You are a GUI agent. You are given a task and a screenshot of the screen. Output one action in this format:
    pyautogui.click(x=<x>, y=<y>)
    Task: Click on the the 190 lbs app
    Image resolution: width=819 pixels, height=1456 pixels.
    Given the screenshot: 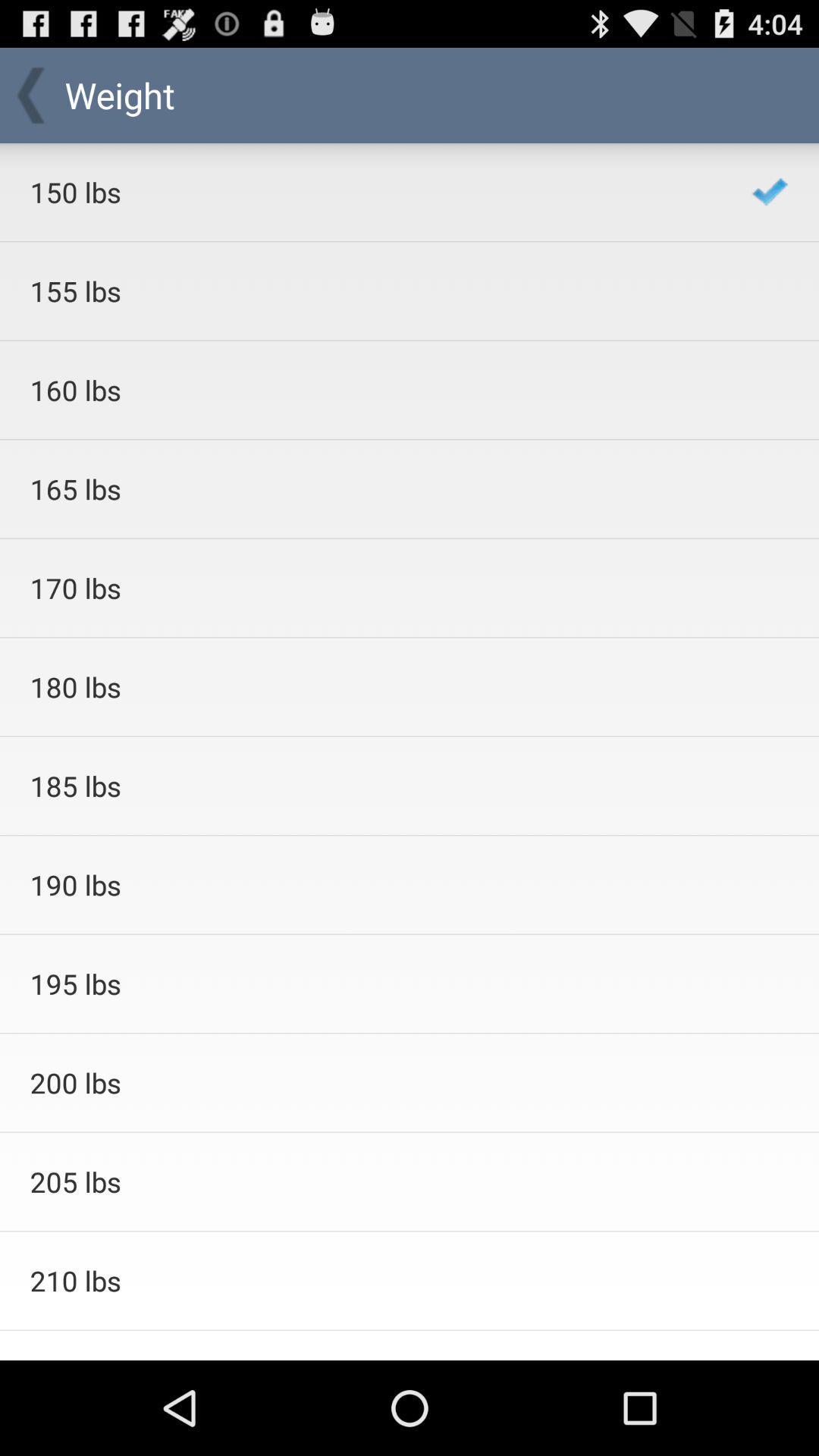 What is the action you would take?
    pyautogui.click(x=371, y=884)
    